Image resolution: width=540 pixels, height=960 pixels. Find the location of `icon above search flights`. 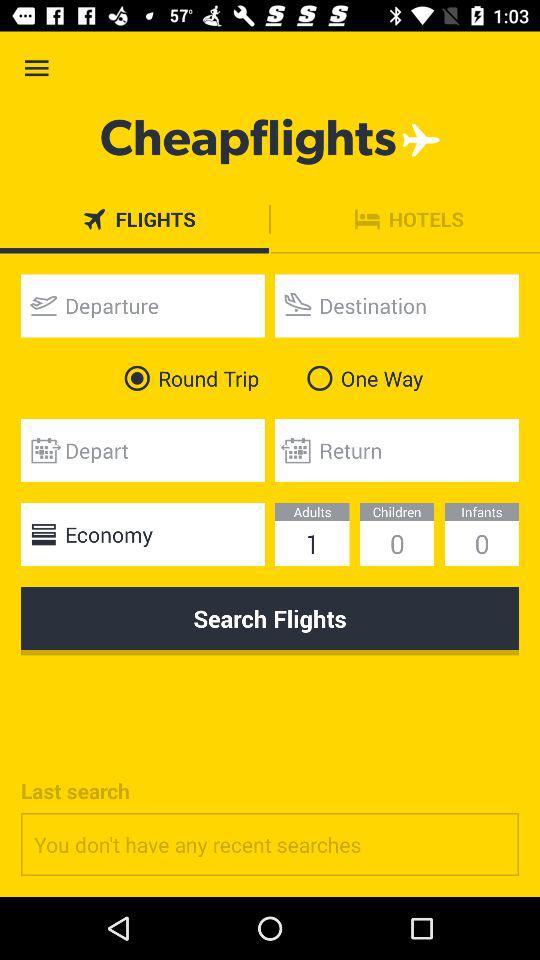

icon above search flights is located at coordinates (141, 533).